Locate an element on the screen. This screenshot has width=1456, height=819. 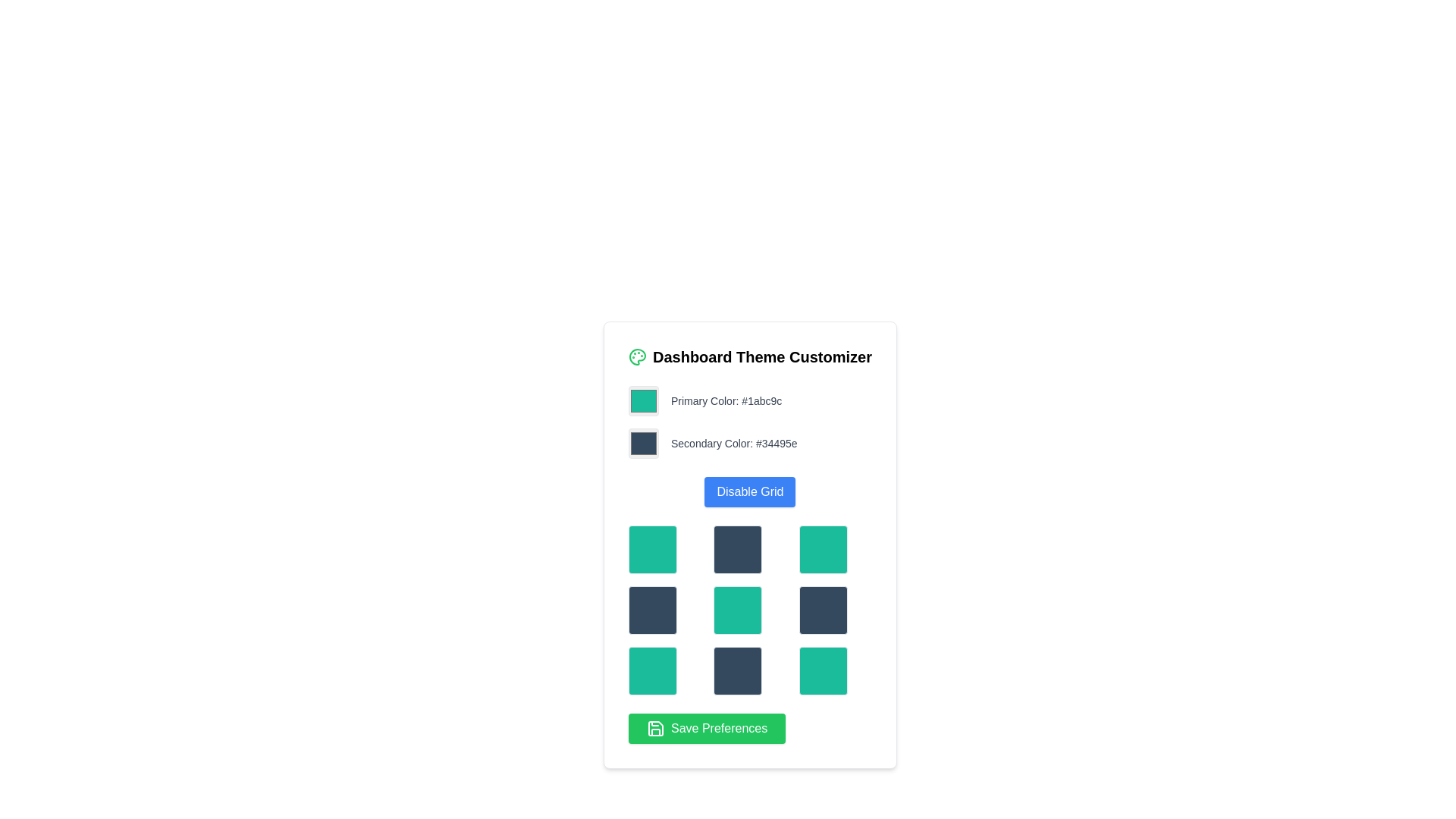
the selectable grid item located in the last row and first column of the grid layout is located at coordinates (652, 670).